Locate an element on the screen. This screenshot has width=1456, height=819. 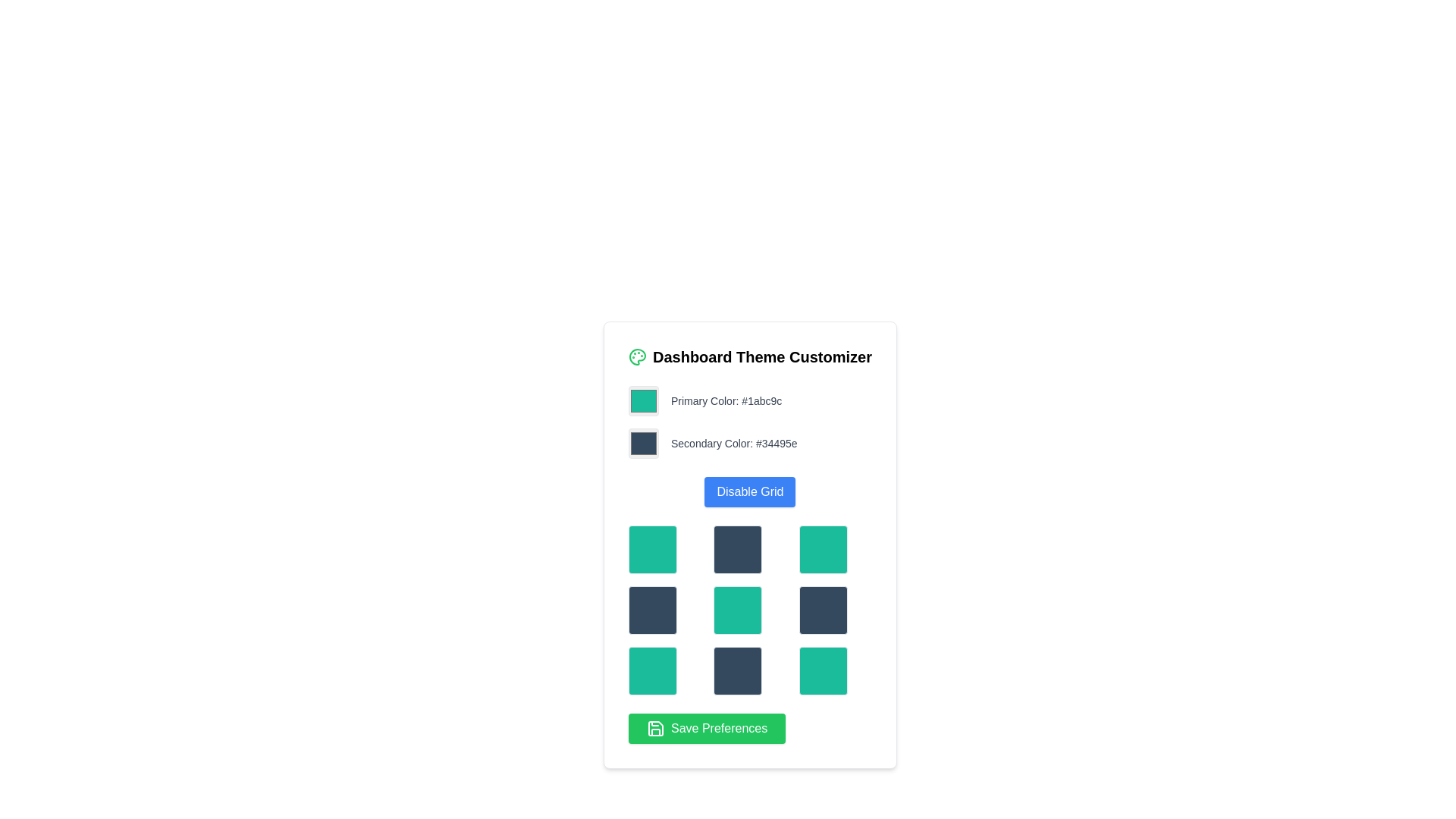
the selectable grid item located in the last row and first column of the grid layout is located at coordinates (652, 670).